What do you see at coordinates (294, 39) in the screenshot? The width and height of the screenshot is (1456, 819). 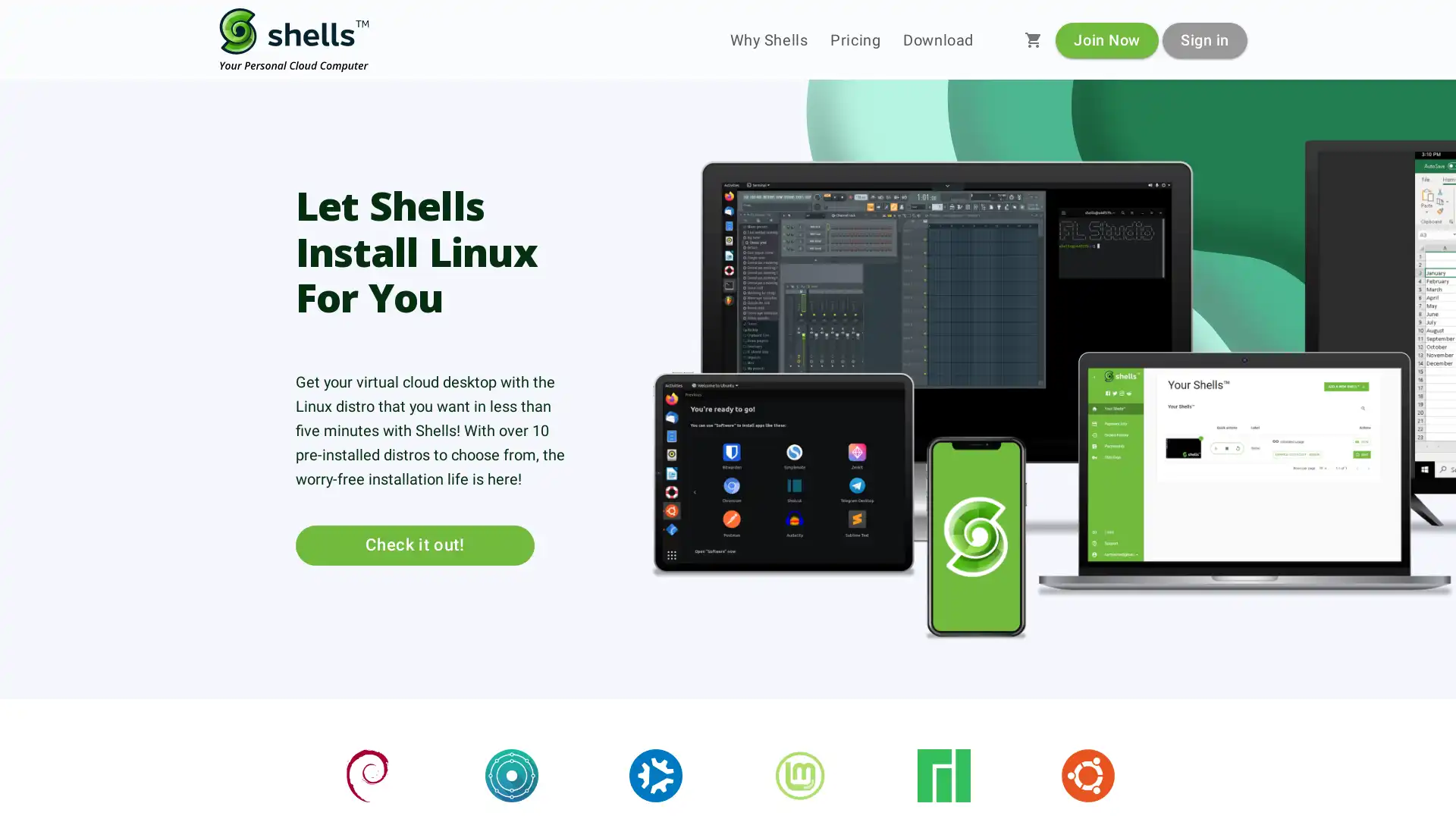 I see `Shells Logo` at bounding box center [294, 39].